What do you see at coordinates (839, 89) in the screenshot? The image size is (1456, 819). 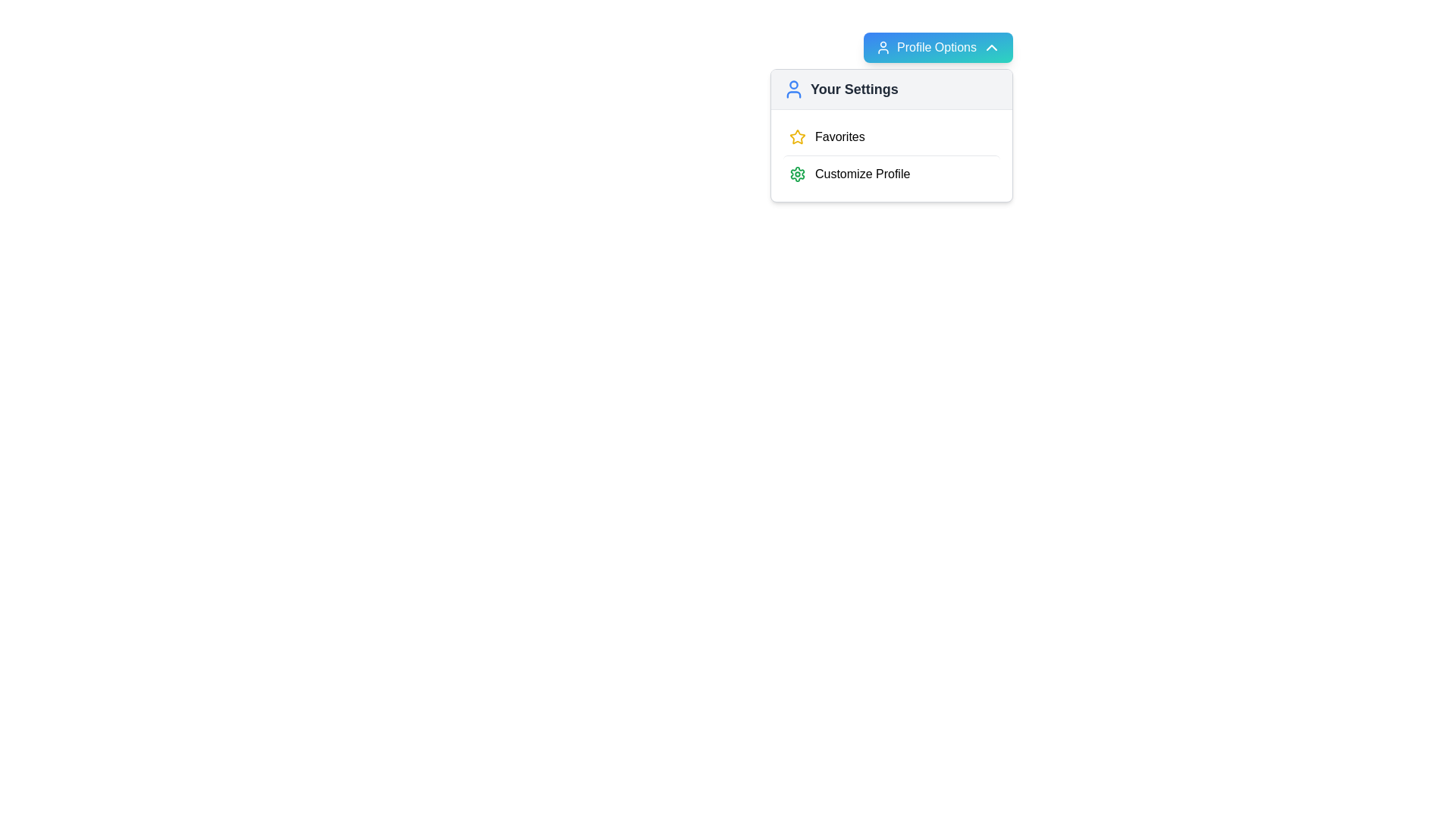 I see `the 'Your Settings' menu option, which is styled with blue text and an adjacent user icon` at bounding box center [839, 89].